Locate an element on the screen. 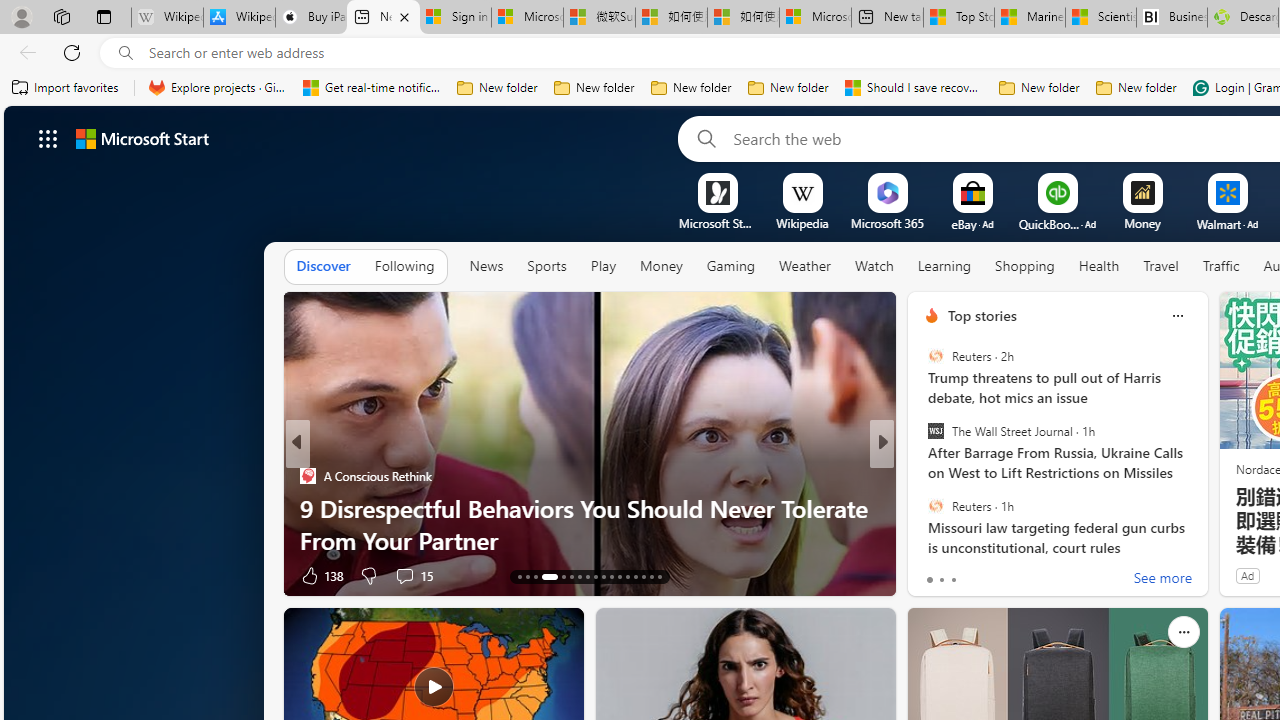 This screenshot has width=1280, height=720. 'Tasting Table' is located at coordinates (922, 475).